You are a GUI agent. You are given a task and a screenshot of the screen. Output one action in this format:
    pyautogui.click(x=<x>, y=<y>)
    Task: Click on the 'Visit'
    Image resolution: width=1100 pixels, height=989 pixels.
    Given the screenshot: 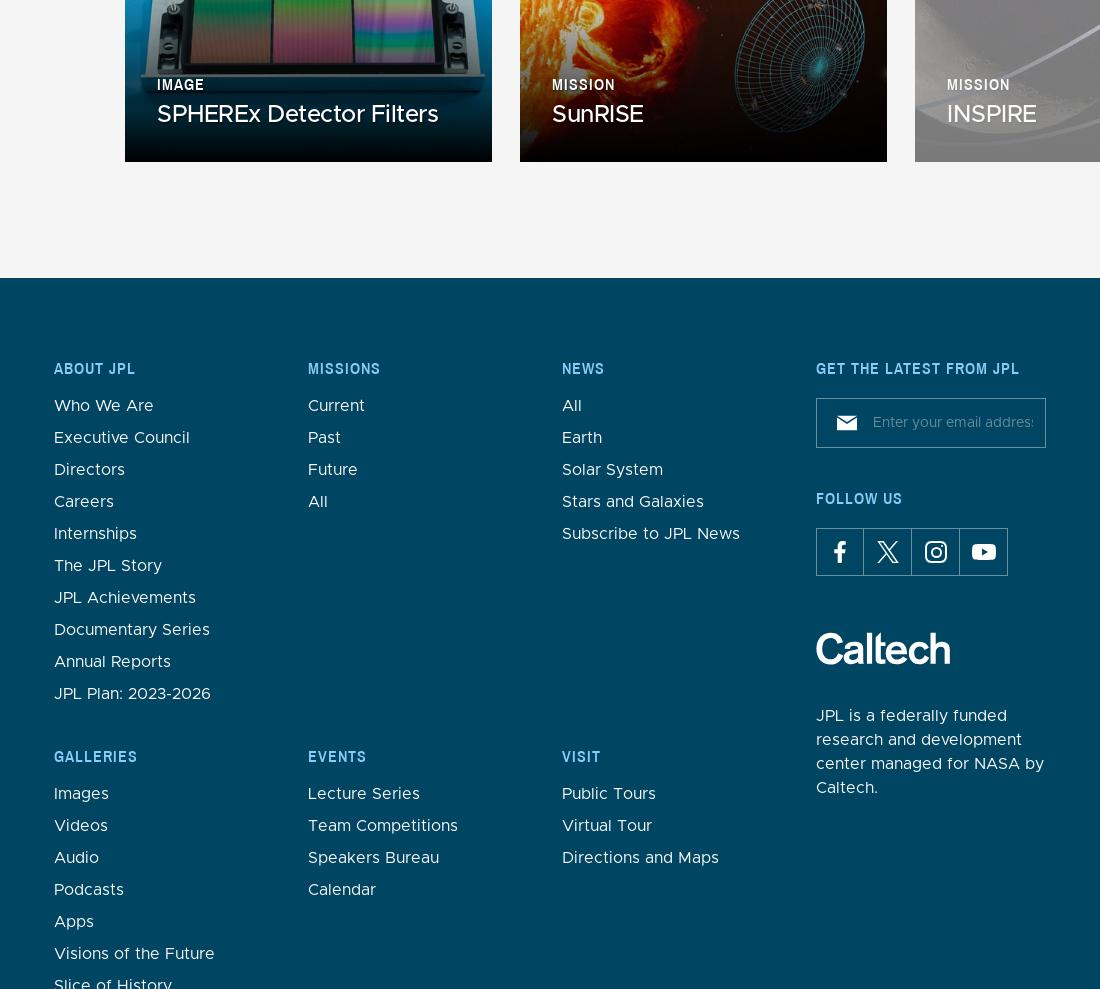 What is the action you would take?
    pyautogui.click(x=580, y=755)
    